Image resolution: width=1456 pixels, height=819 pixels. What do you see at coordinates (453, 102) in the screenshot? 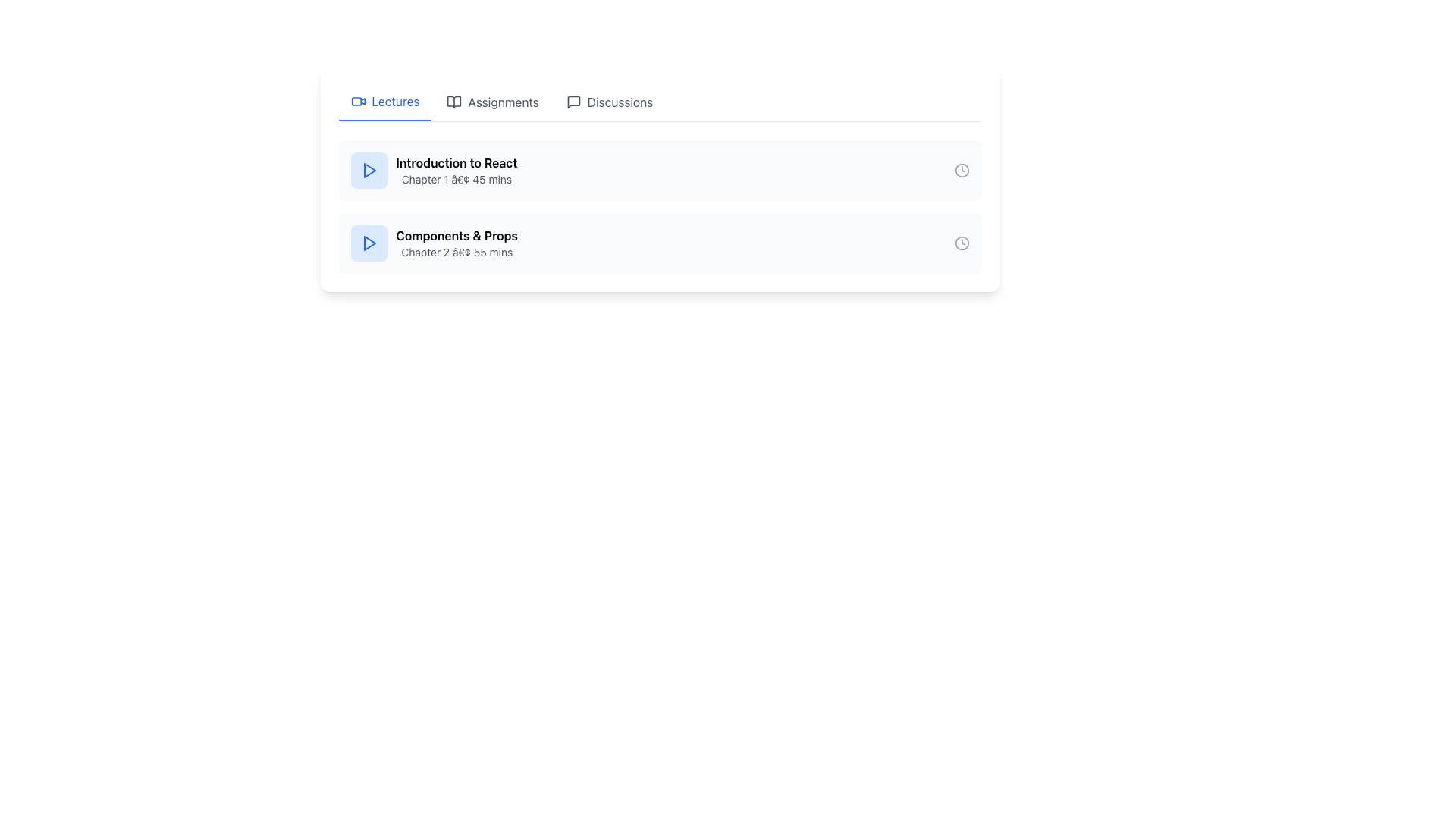
I see `the open book SVG icon located in the navigation bar, which is to the left of the 'Assignments' text label` at bounding box center [453, 102].